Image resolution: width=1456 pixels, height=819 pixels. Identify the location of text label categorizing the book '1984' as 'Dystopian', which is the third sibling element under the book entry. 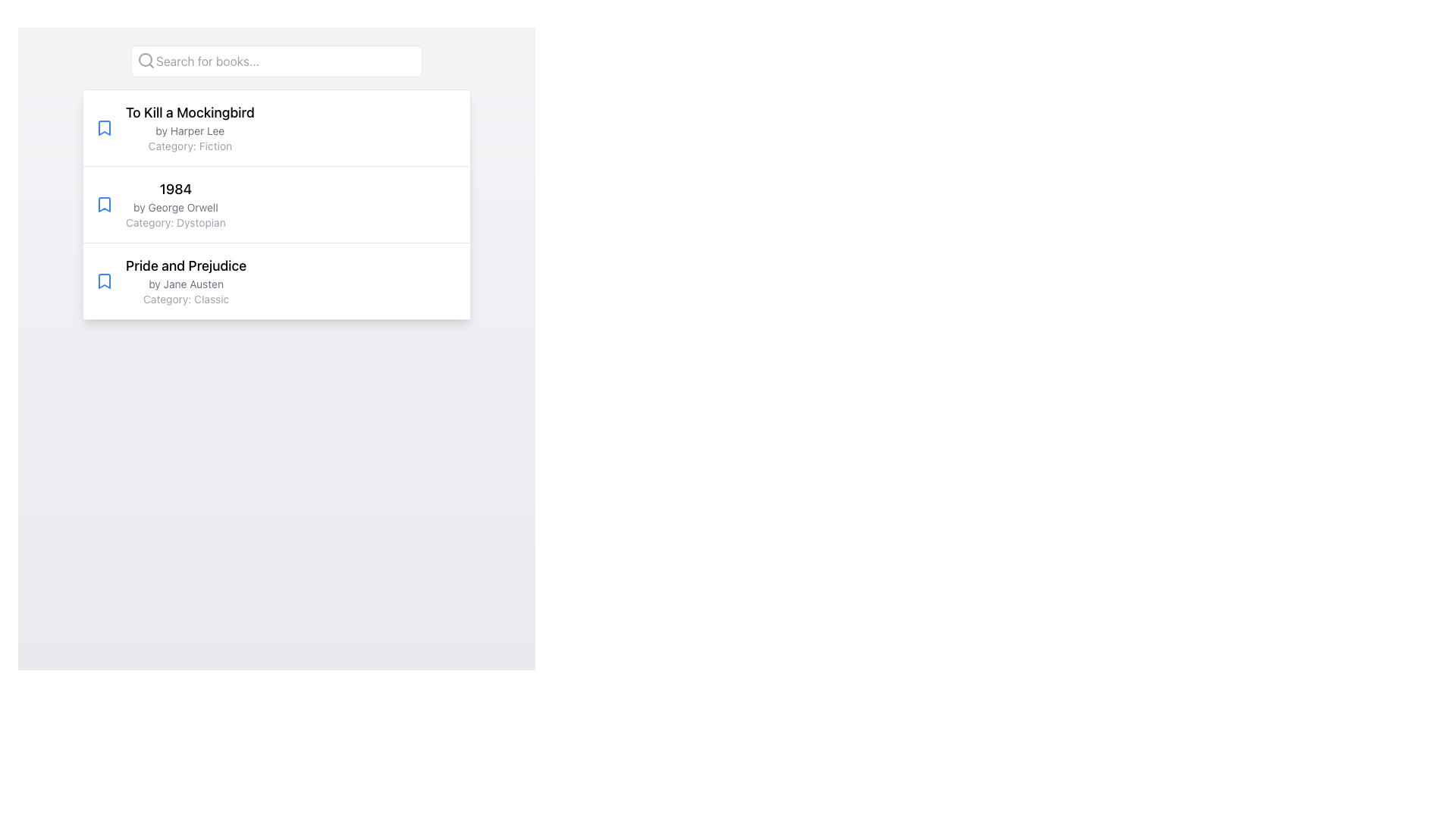
(175, 222).